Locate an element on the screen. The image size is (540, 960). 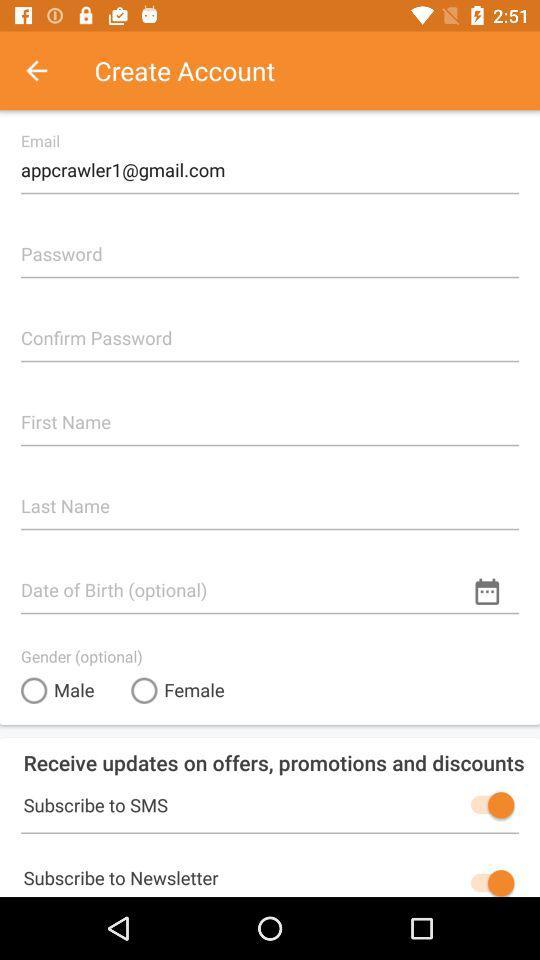
type the last name is located at coordinates (270, 497).